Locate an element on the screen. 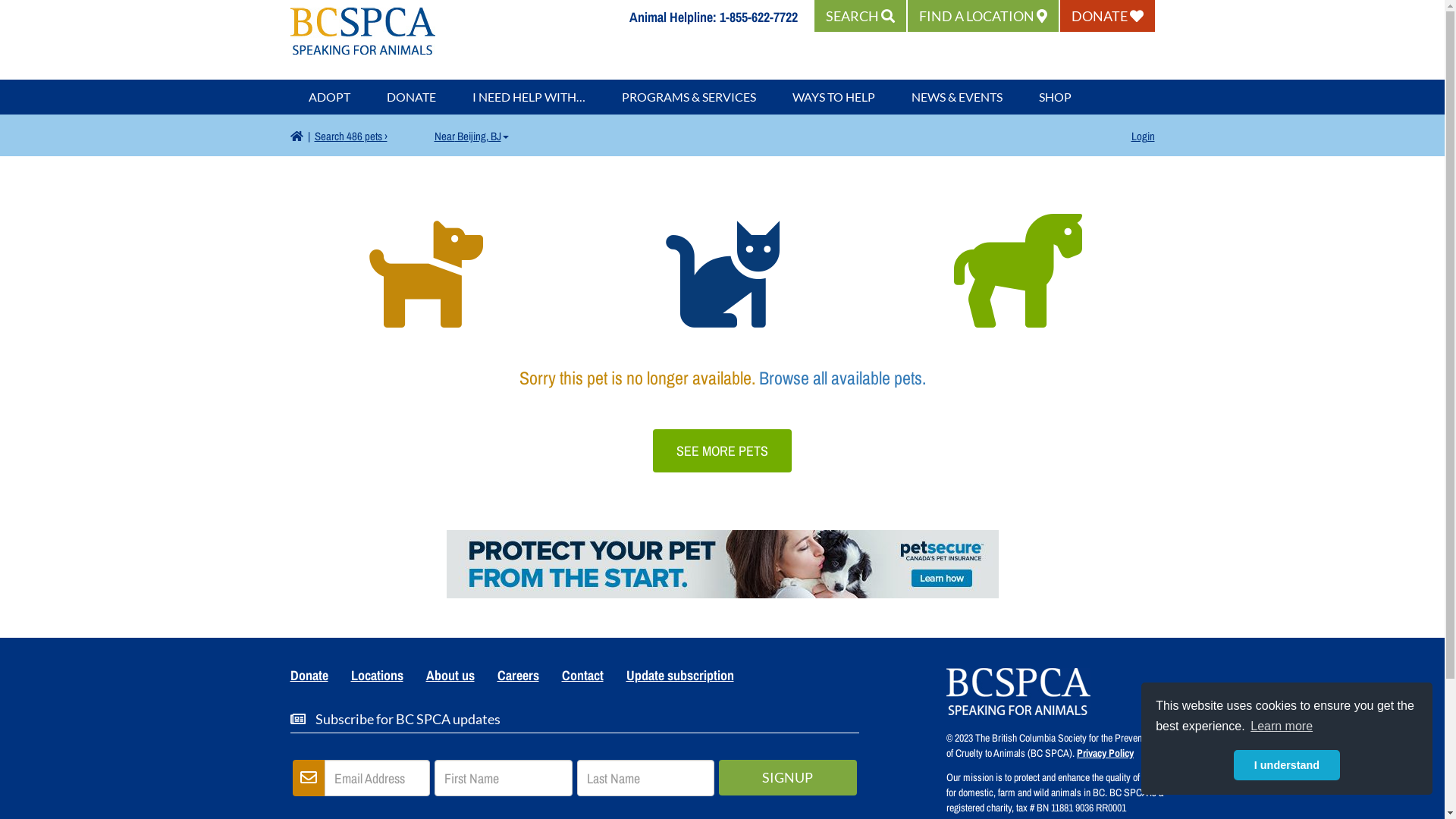  'NEWS & EVENTS' is located at coordinates (956, 96).